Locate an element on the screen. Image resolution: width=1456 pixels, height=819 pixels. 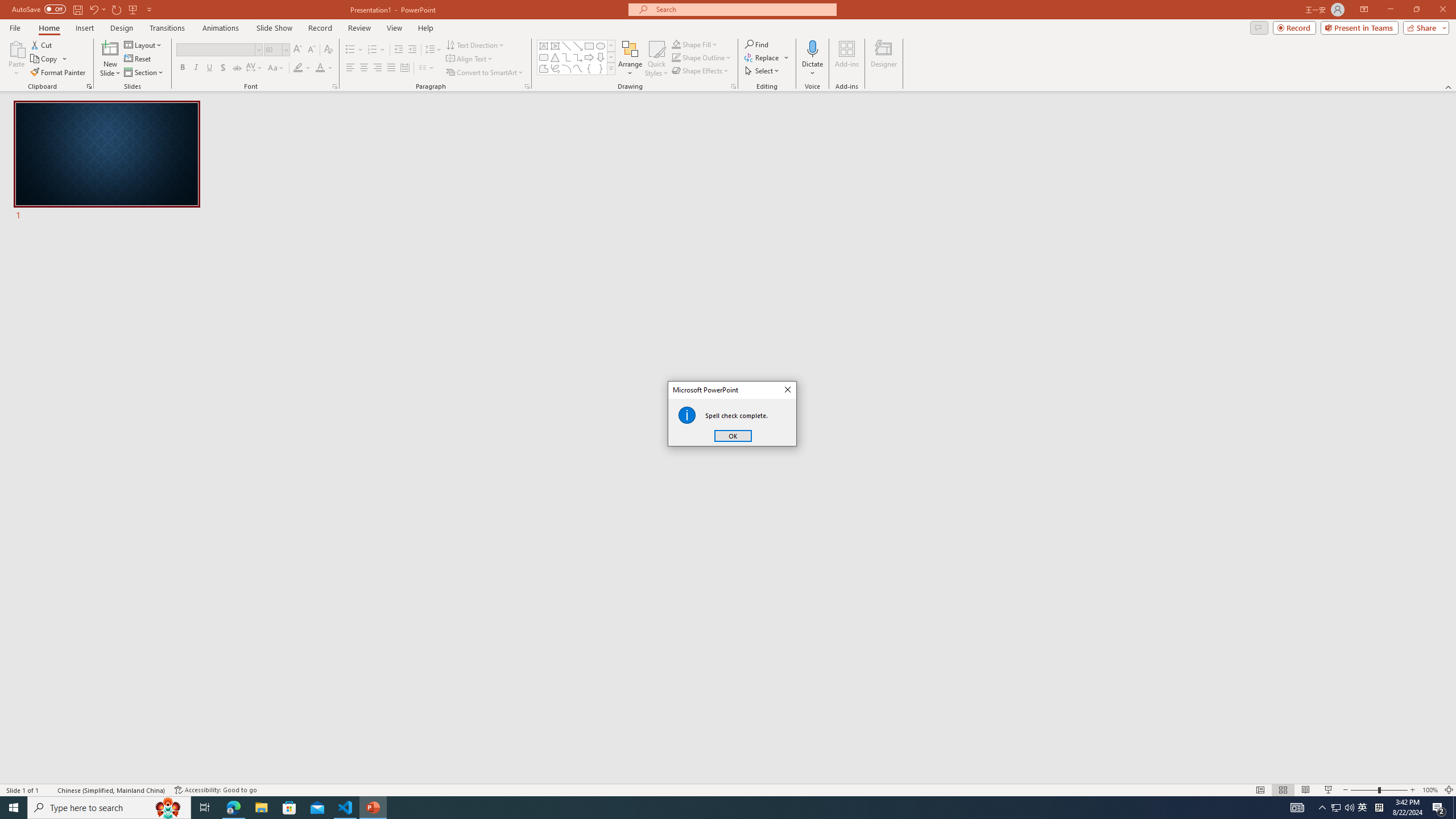
'OK' is located at coordinates (733, 435).